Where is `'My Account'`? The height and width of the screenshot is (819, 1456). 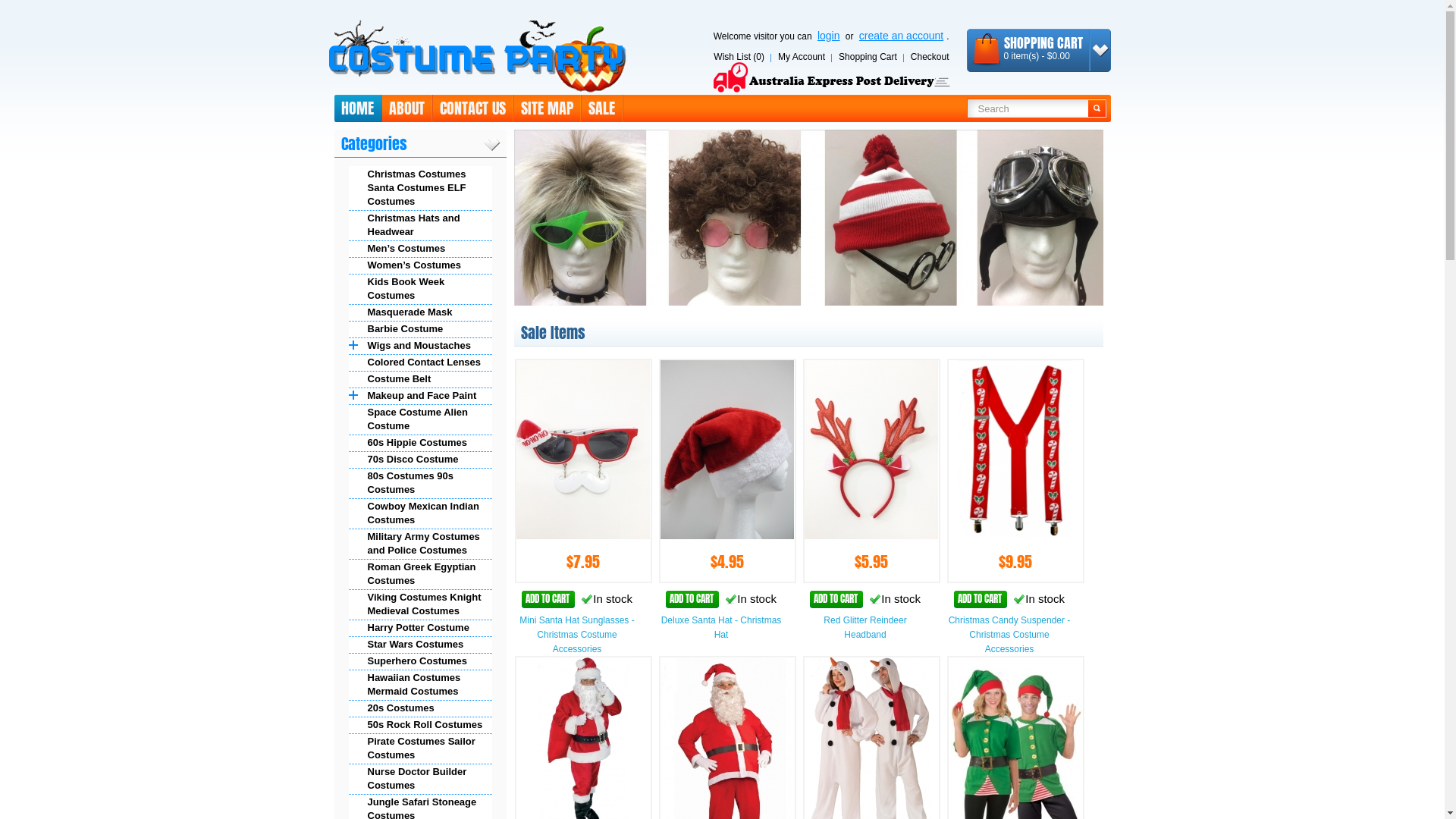
'My Account' is located at coordinates (778, 56).